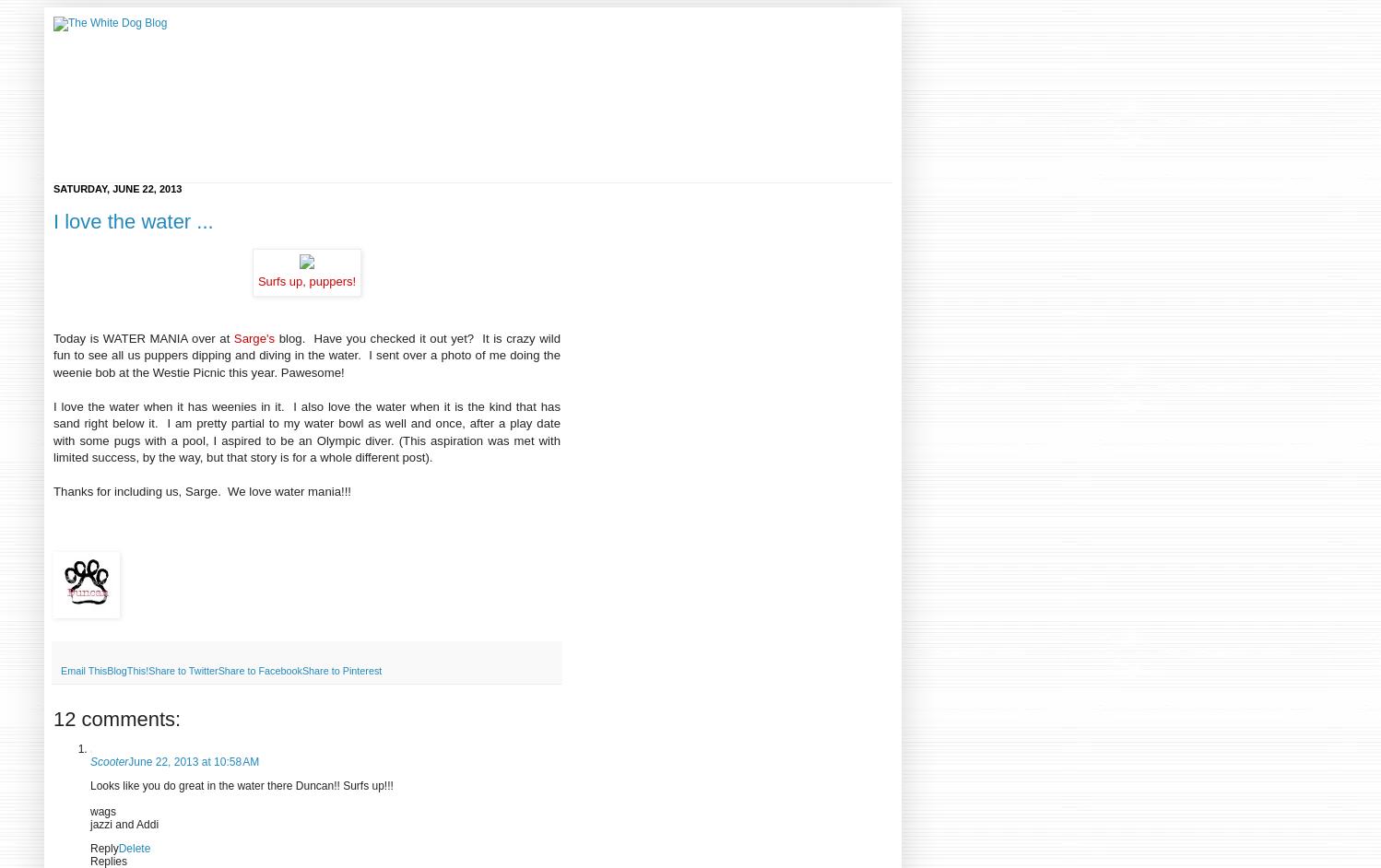 This screenshot has width=1381, height=868. Describe the element at coordinates (52, 489) in the screenshot. I see `'Thanks for including us, Sarge.  We love water mania!!!'` at that location.